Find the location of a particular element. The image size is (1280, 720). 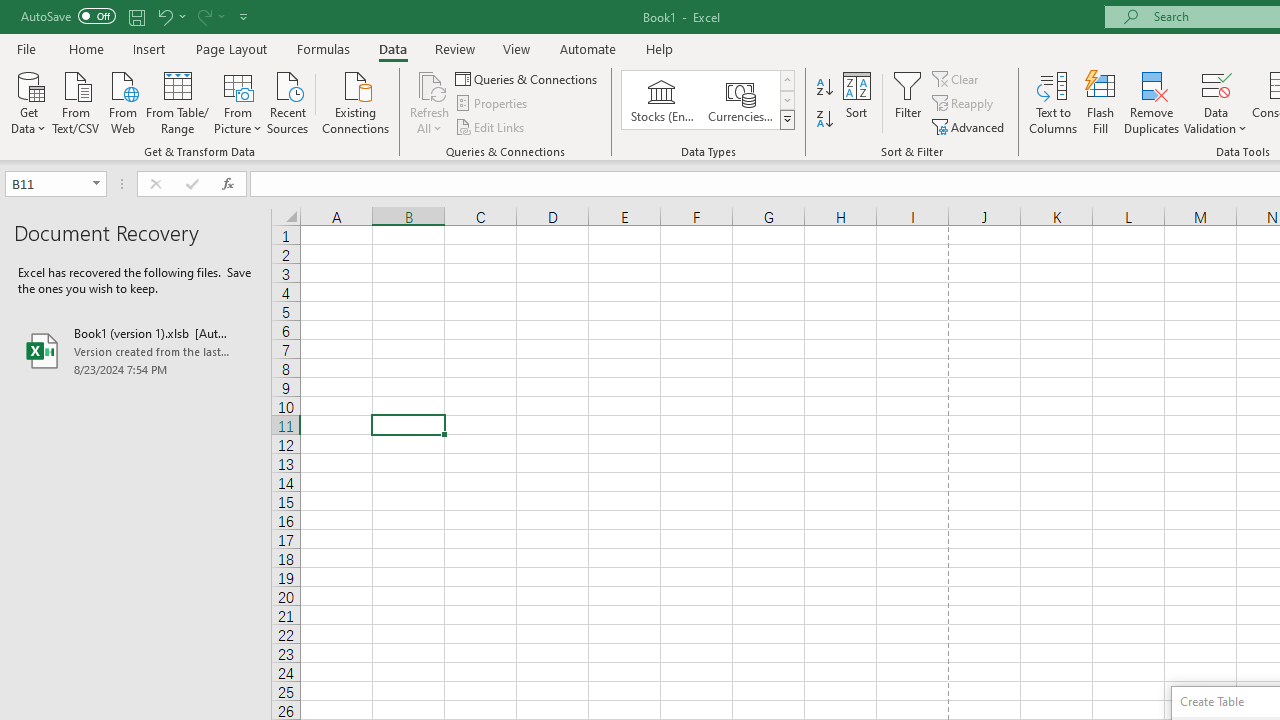

'Clear' is located at coordinates (956, 78).